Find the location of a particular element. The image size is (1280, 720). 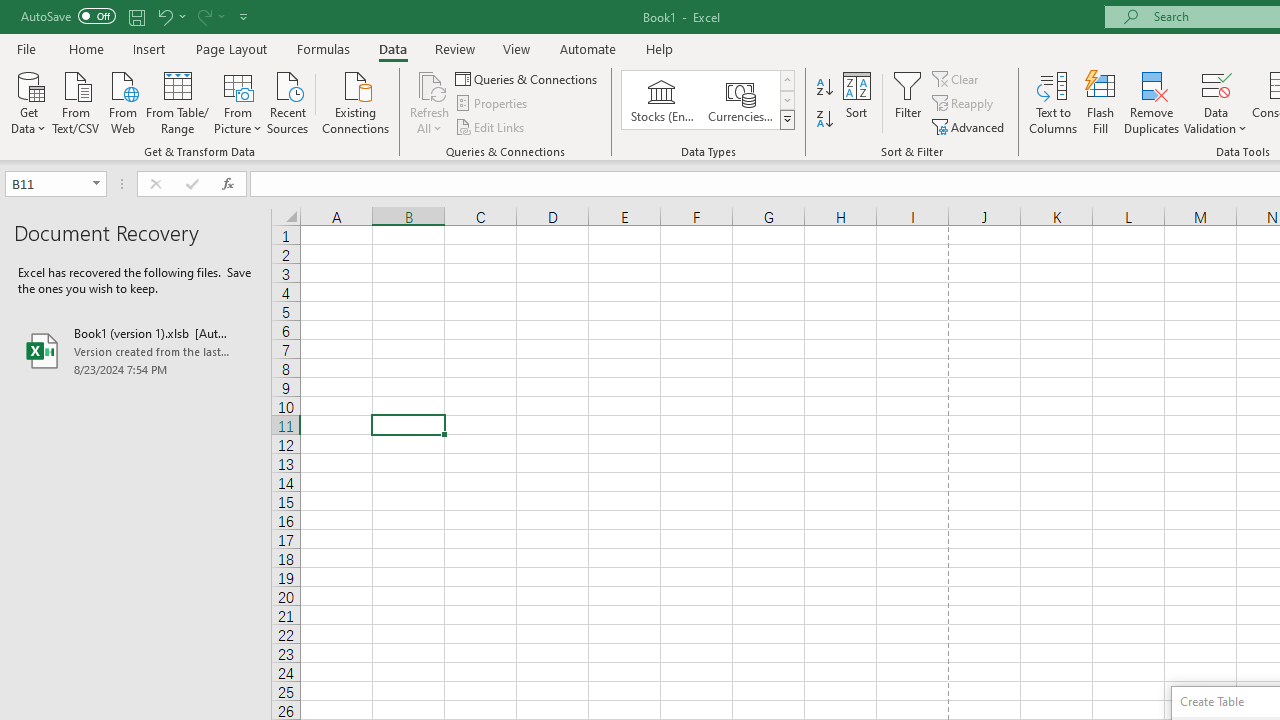

'Clear' is located at coordinates (956, 78).